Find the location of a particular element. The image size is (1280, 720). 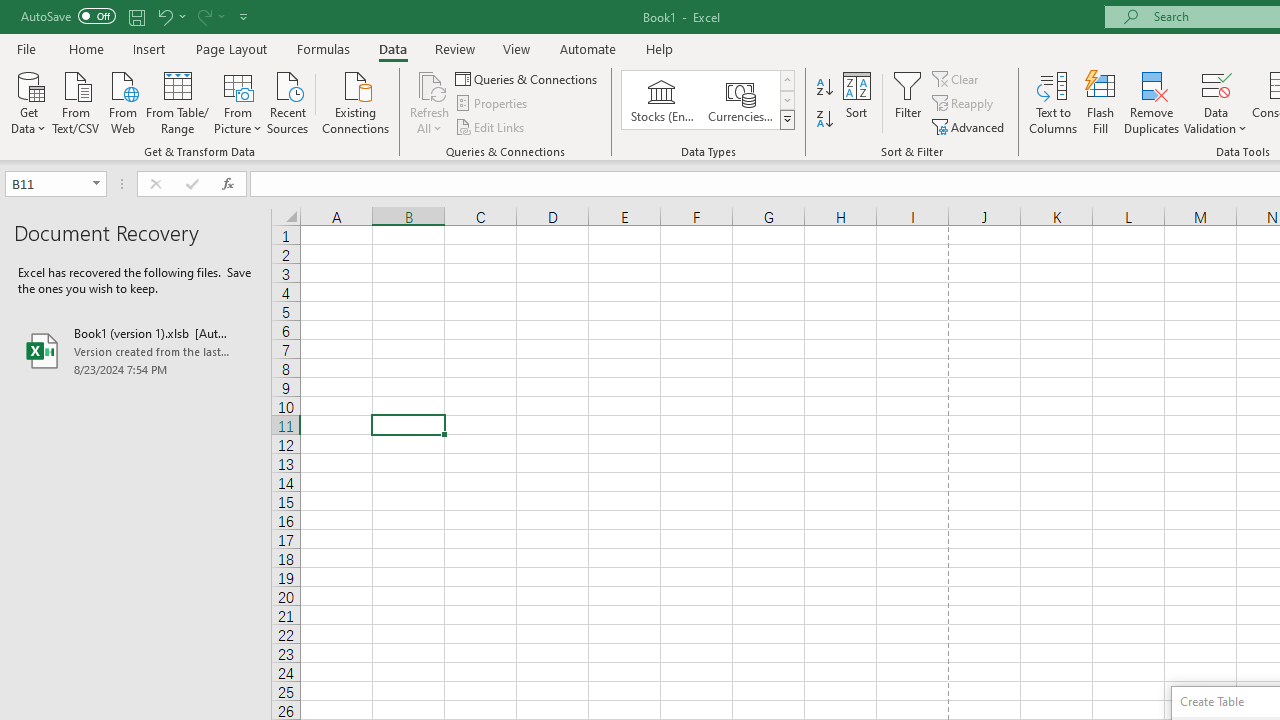

'Clear' is located at coordinates (956, 78).